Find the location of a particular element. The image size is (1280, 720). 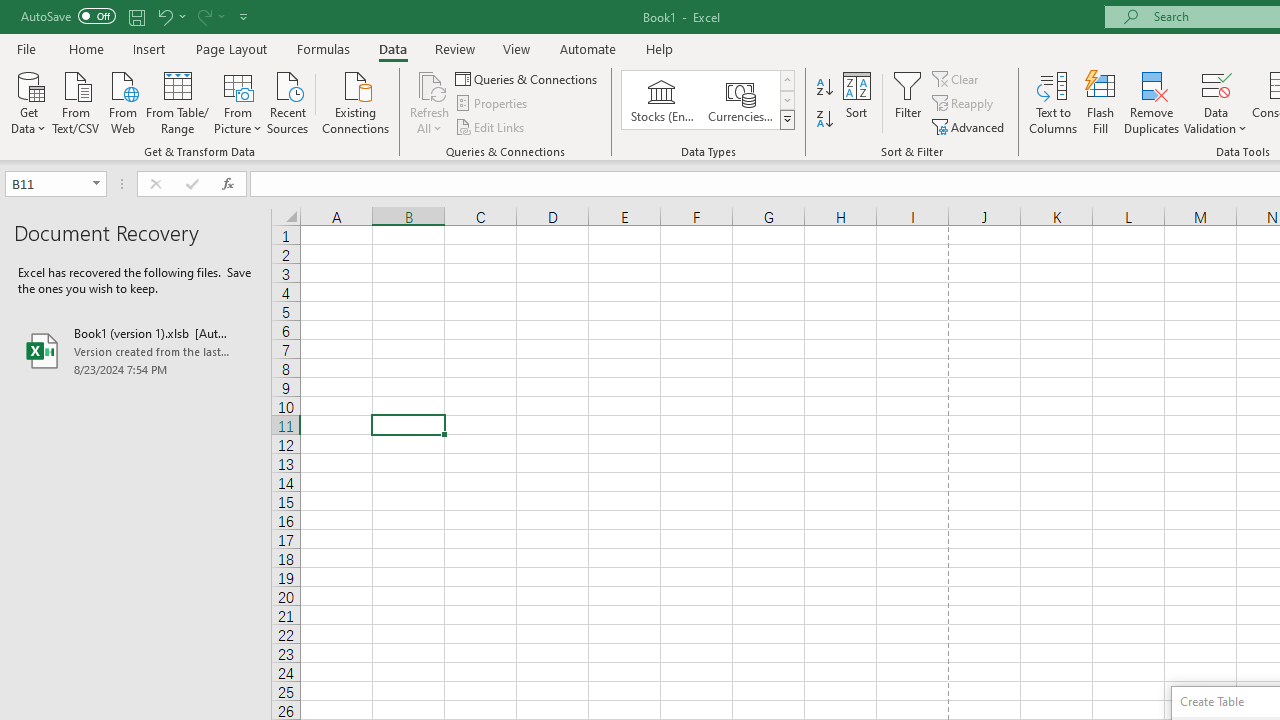

'Clear' is located at coordinates (956, 78).